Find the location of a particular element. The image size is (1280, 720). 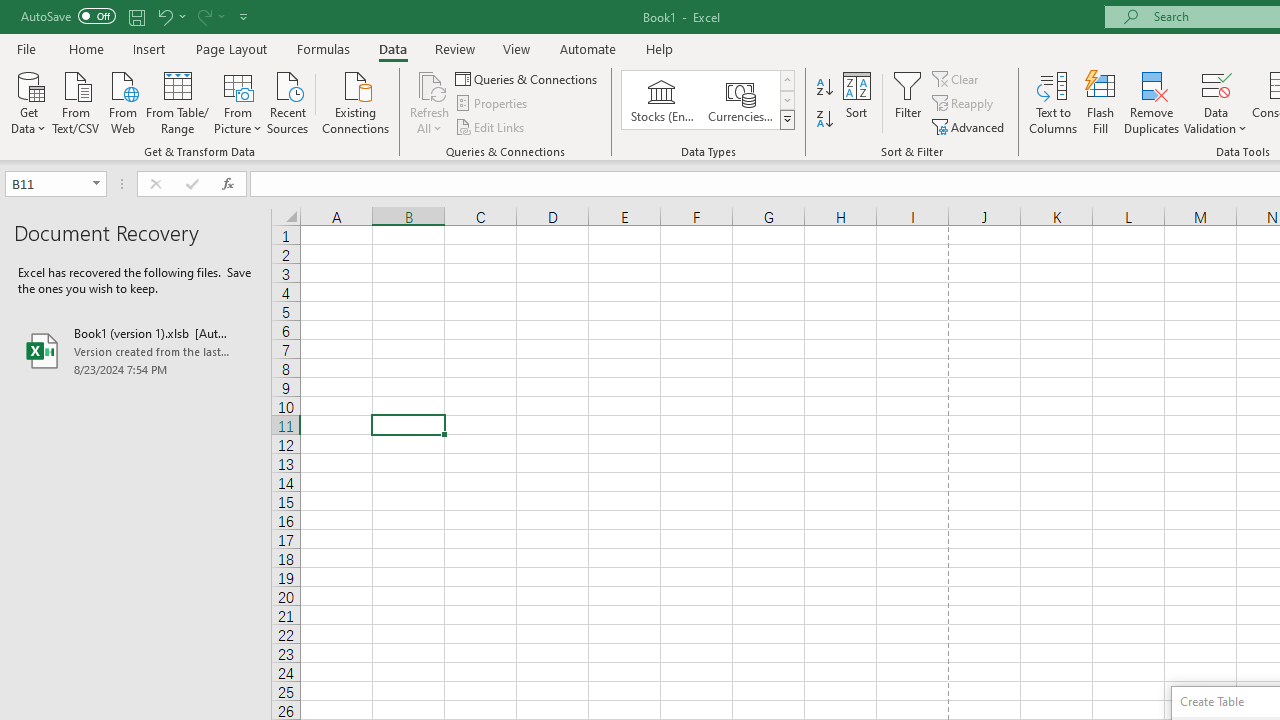

'Clear' is located at coordinates (956, 78).